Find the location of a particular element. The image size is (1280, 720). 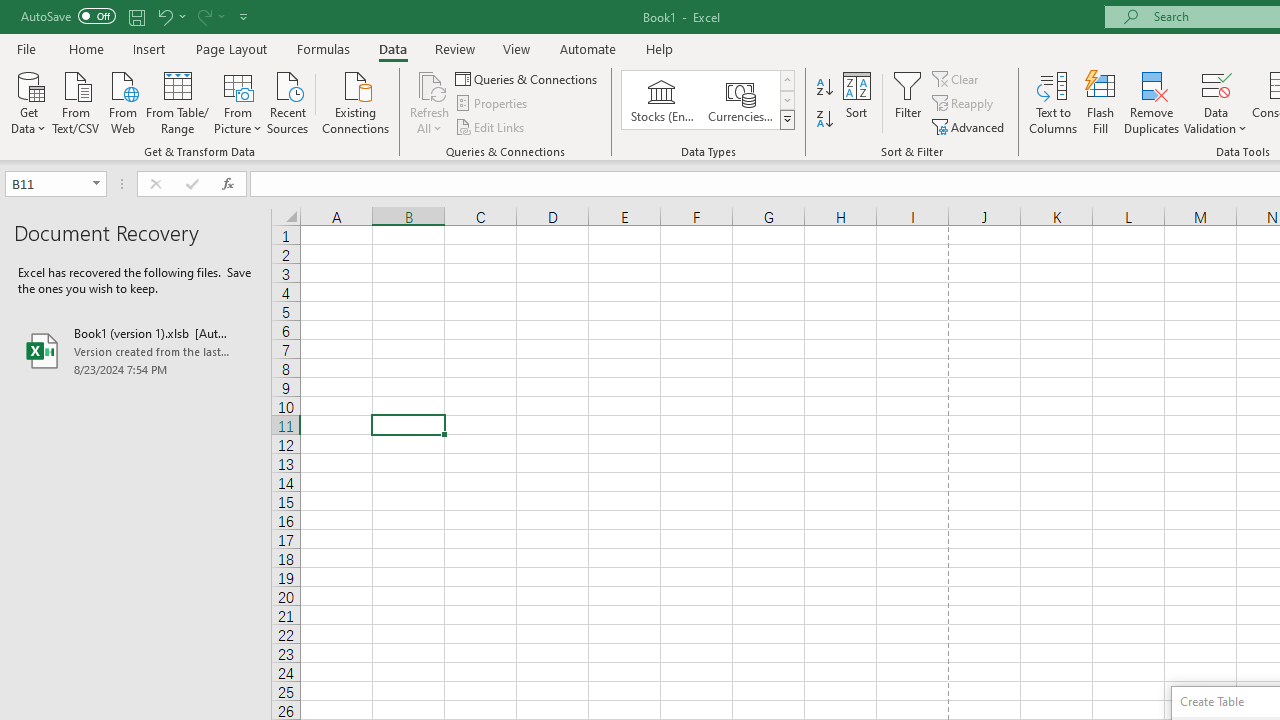

'Clear' is located at coordinates (956, 78).